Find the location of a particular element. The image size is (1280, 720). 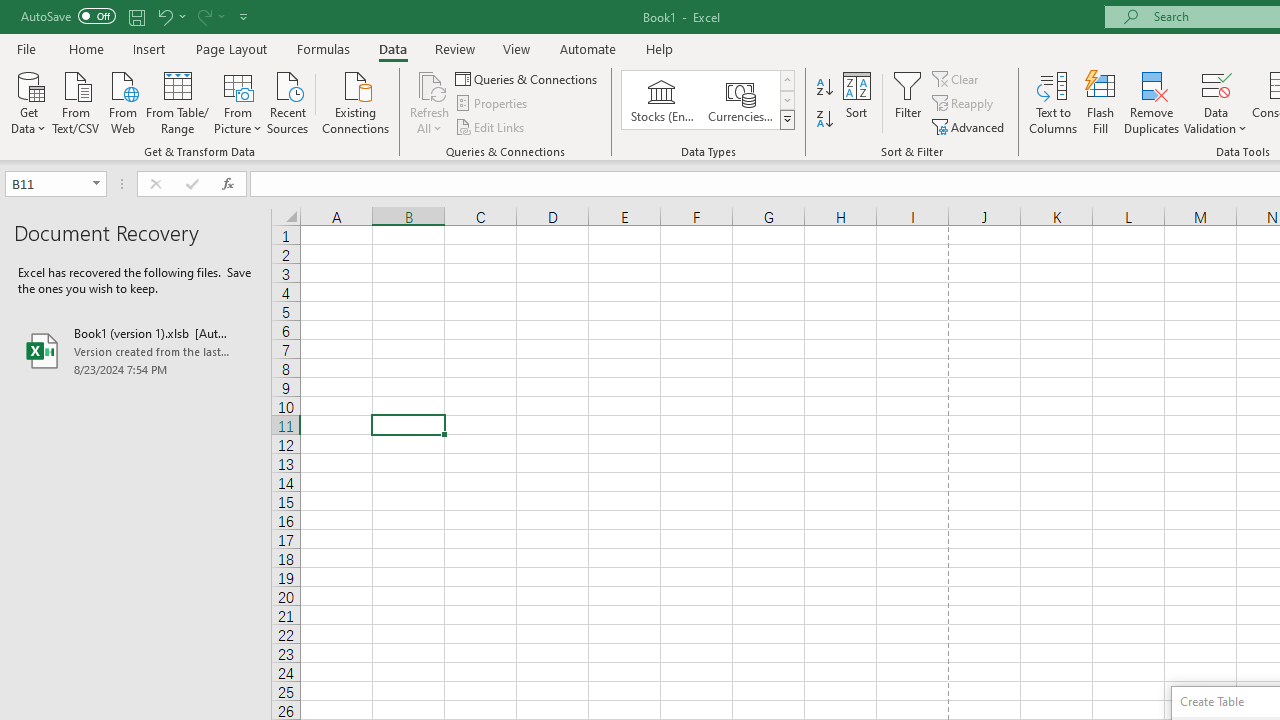

'Clear' is located at coordinates (956, 78).